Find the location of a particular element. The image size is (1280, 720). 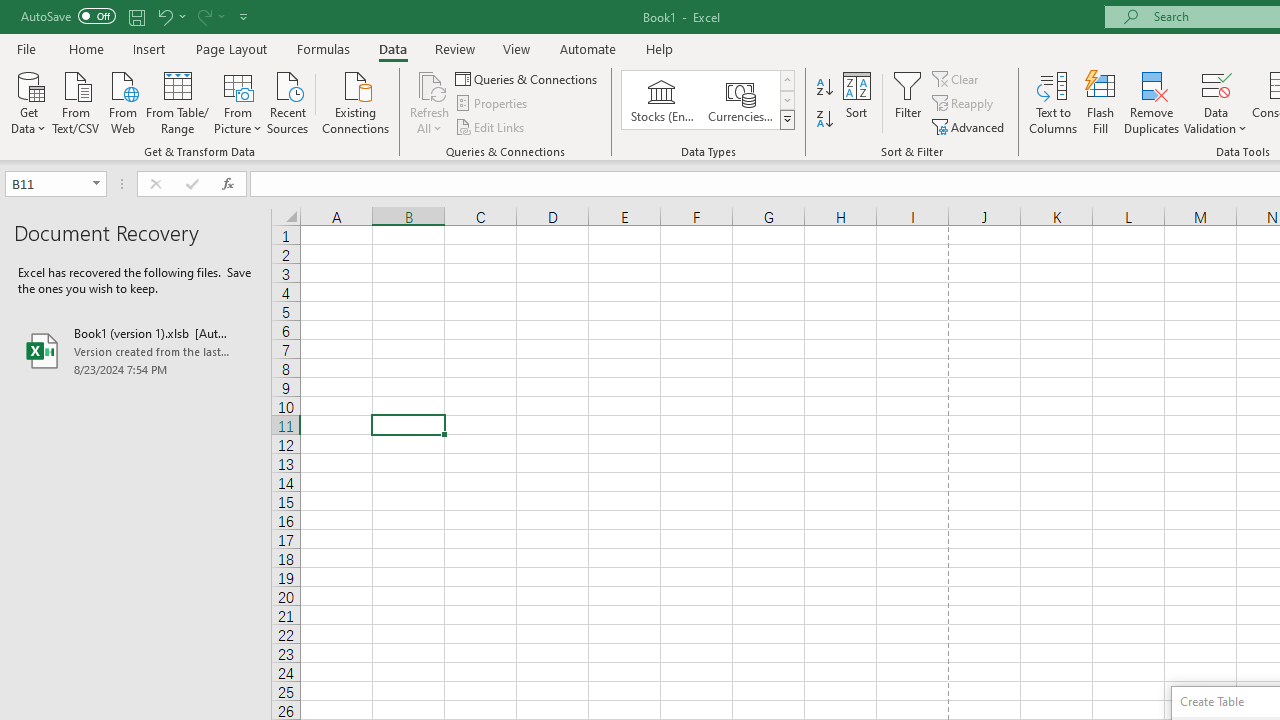

'Clear' is located at coordinates (956, 78).